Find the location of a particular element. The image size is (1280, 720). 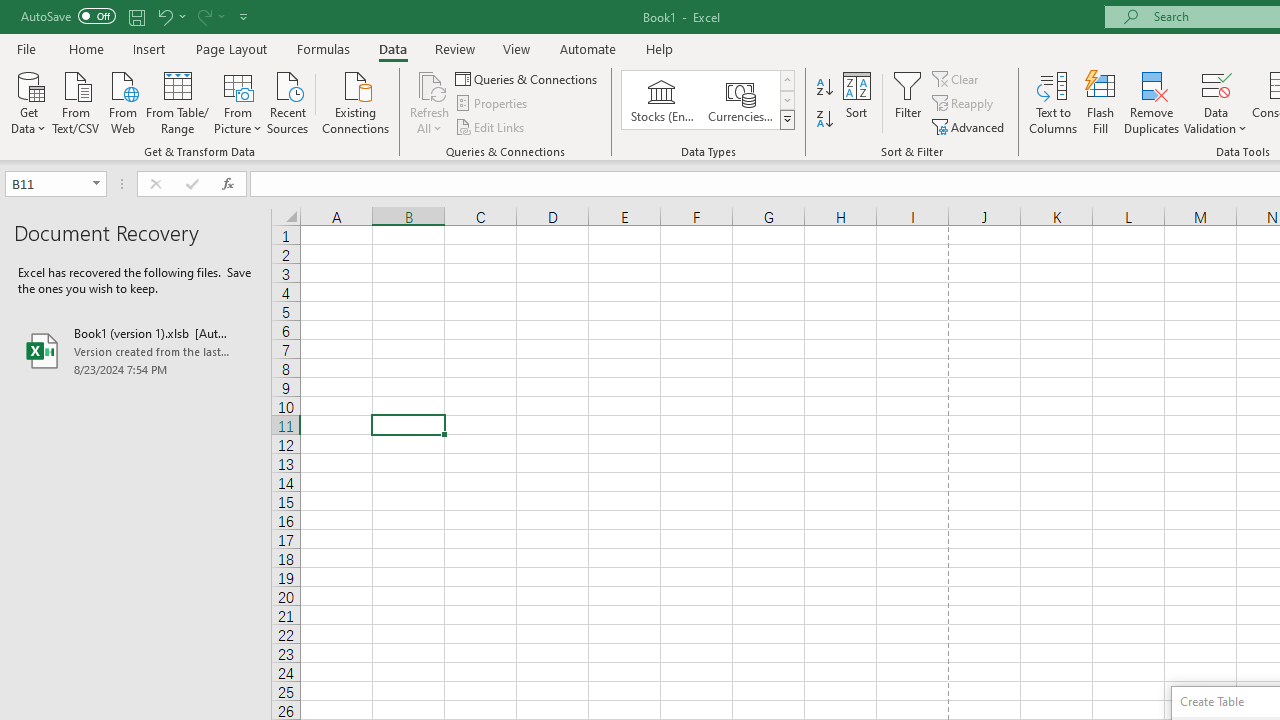

'Clear' is located at coordinates (956, 78).